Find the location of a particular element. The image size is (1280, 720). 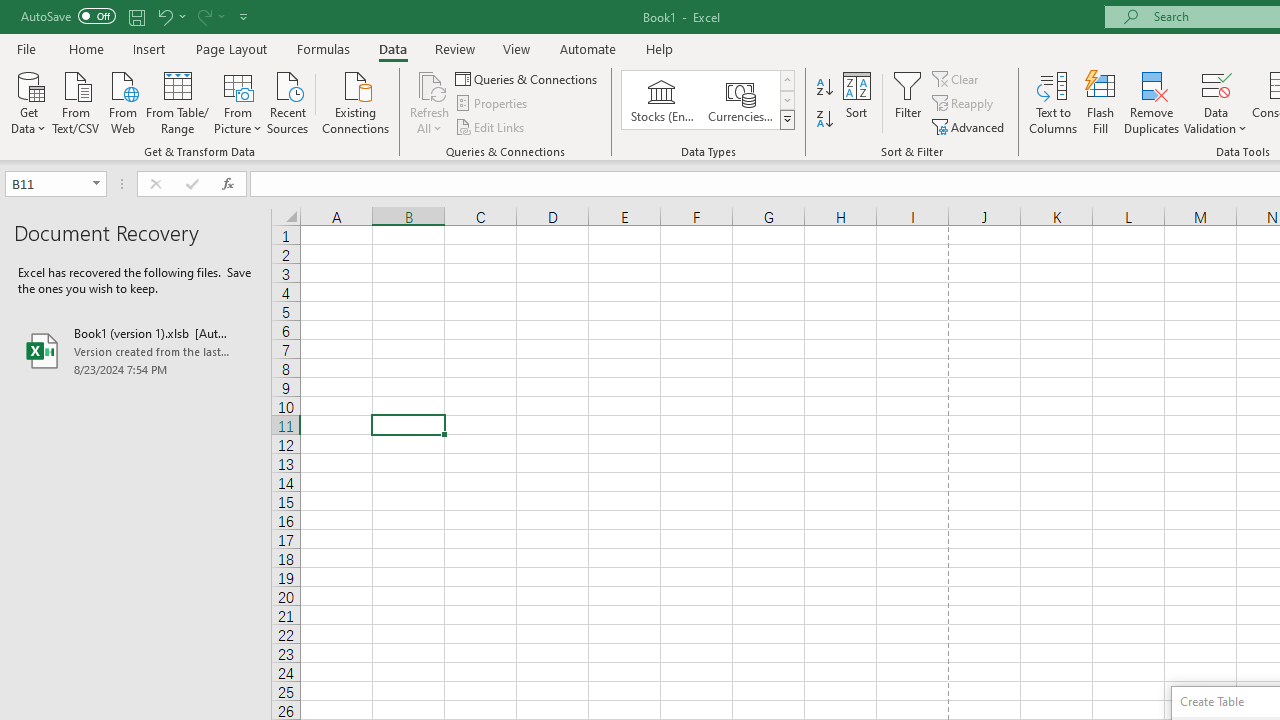

'Clear' is located at coordinates (956, 78).